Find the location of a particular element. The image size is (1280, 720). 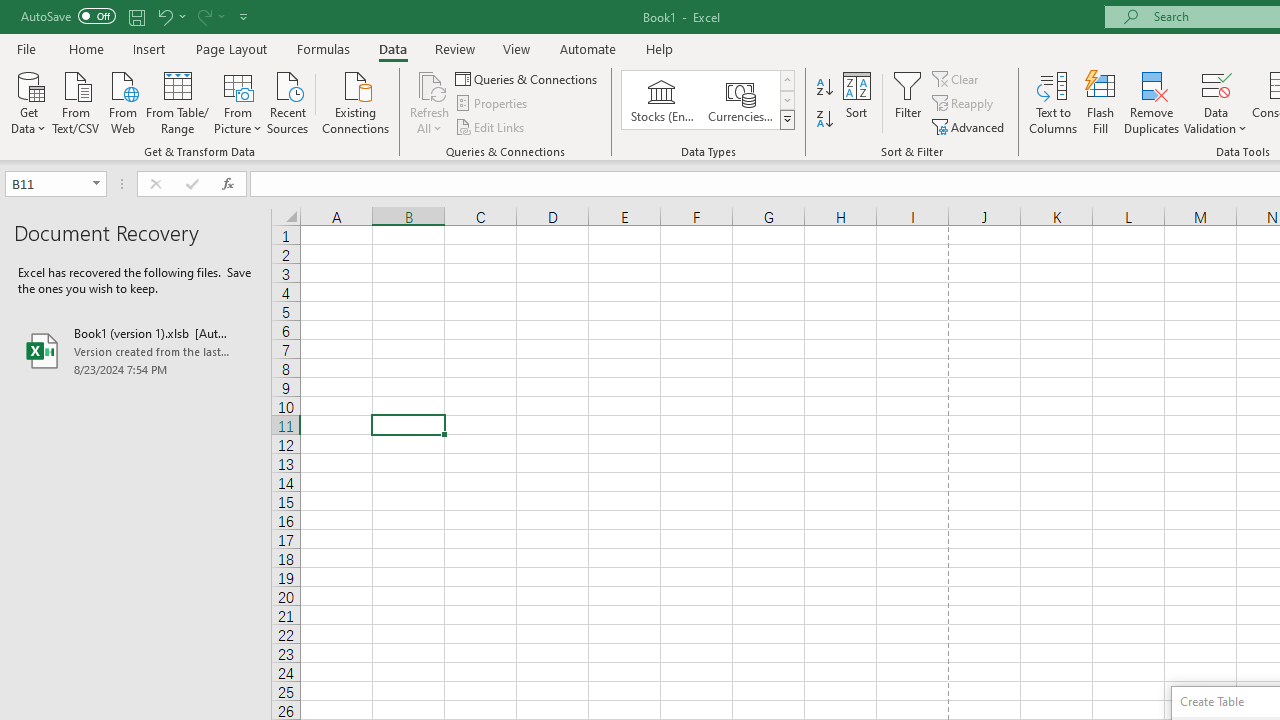

'Clear' is located at coordinates (956, 78).